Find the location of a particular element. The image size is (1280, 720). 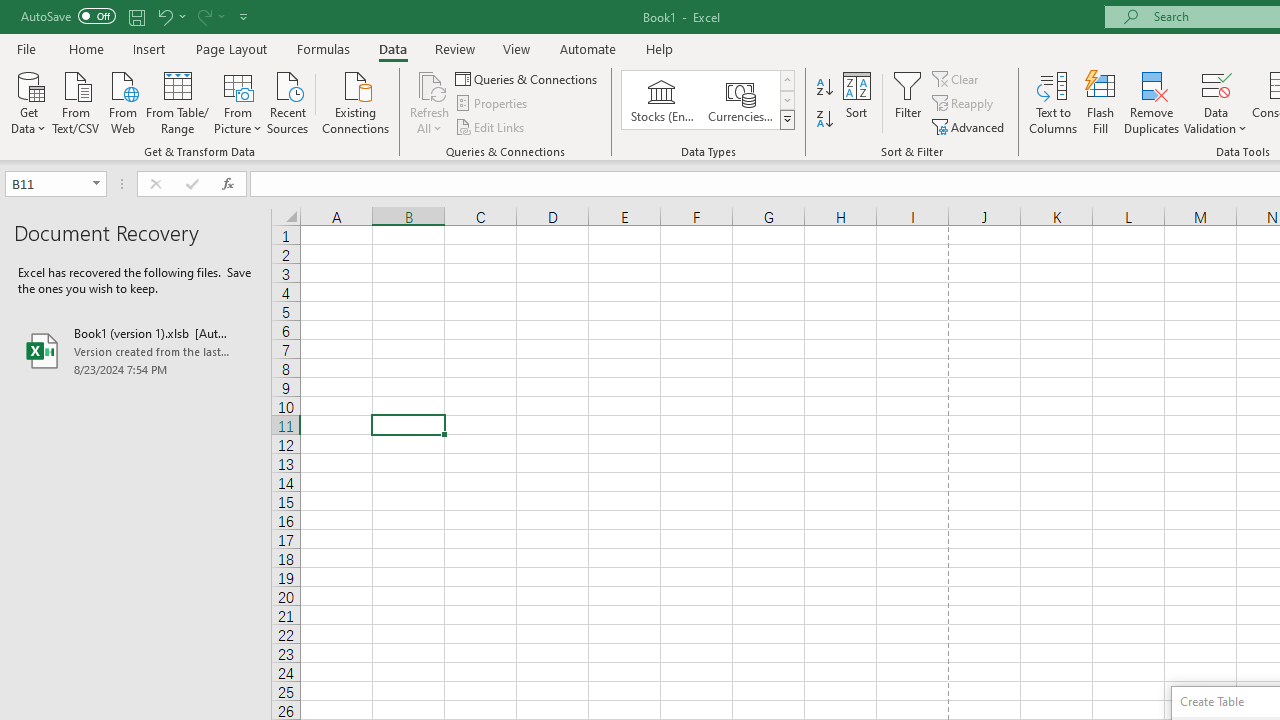

'Clear' is located at coordinates (956, 78).